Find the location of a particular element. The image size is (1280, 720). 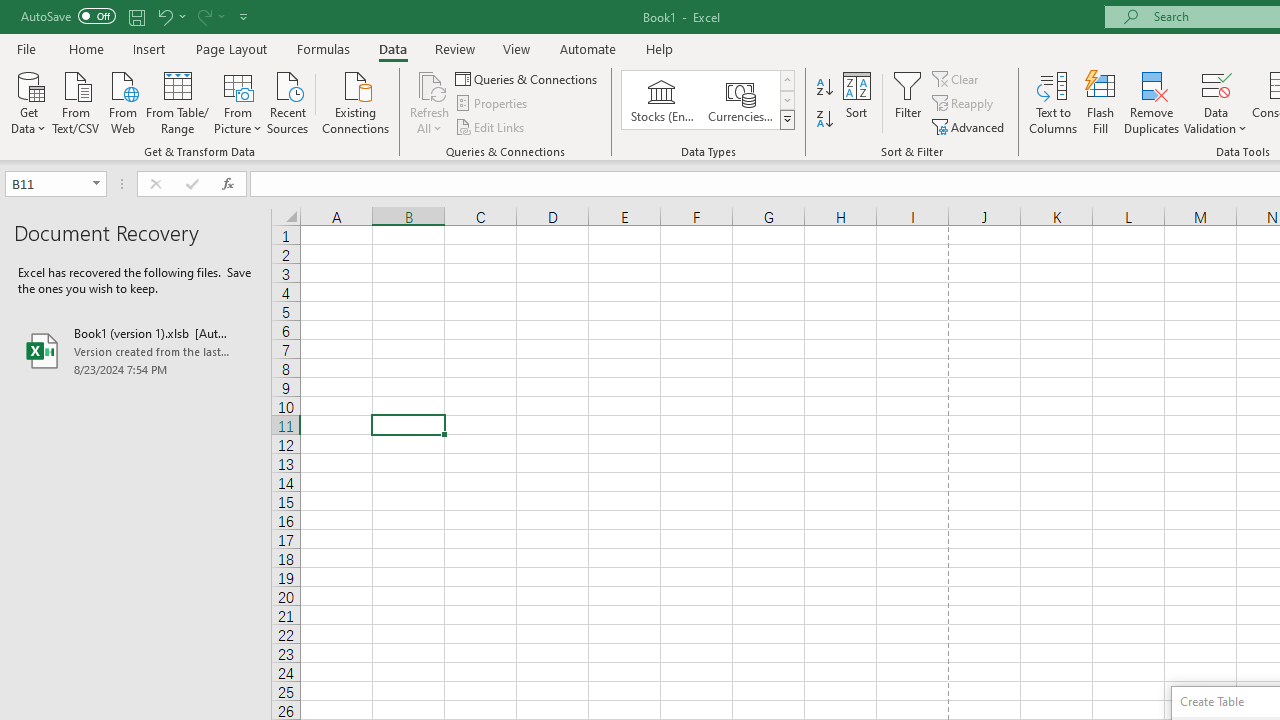

'Clear' is located at coordinates (956, 78).